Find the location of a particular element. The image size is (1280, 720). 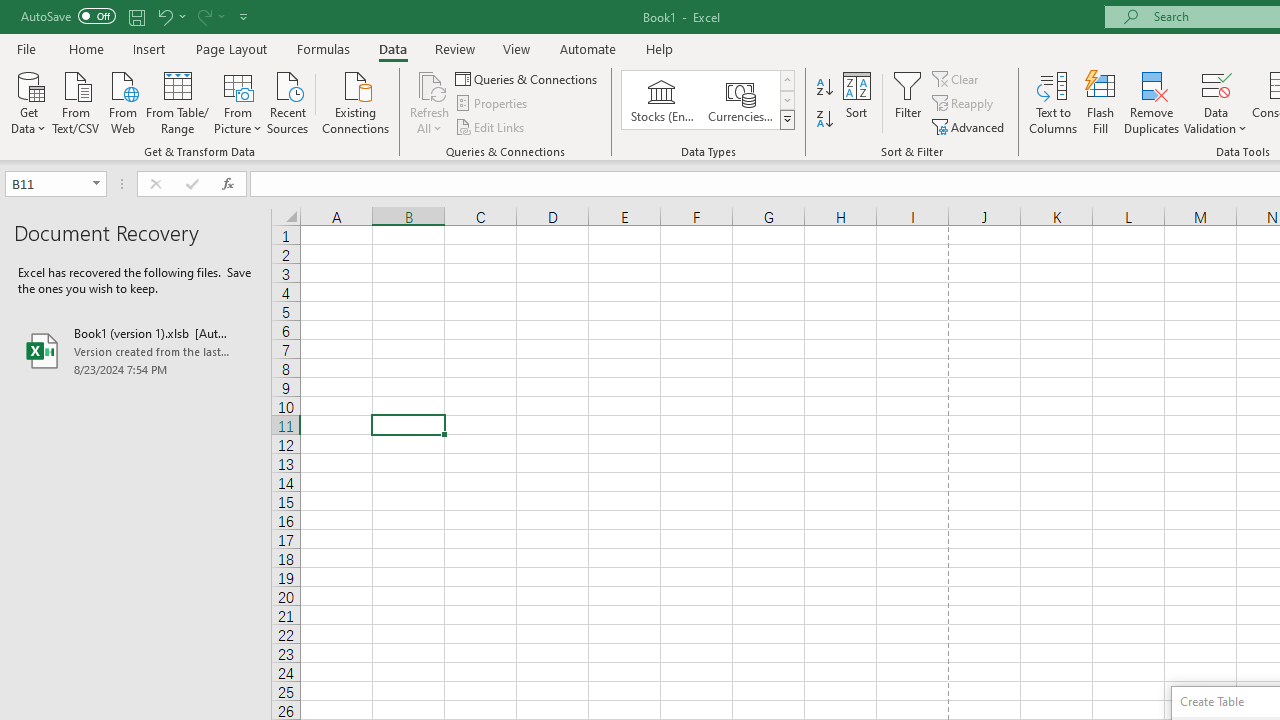

'Clear' is located at coordinates (956, 78).